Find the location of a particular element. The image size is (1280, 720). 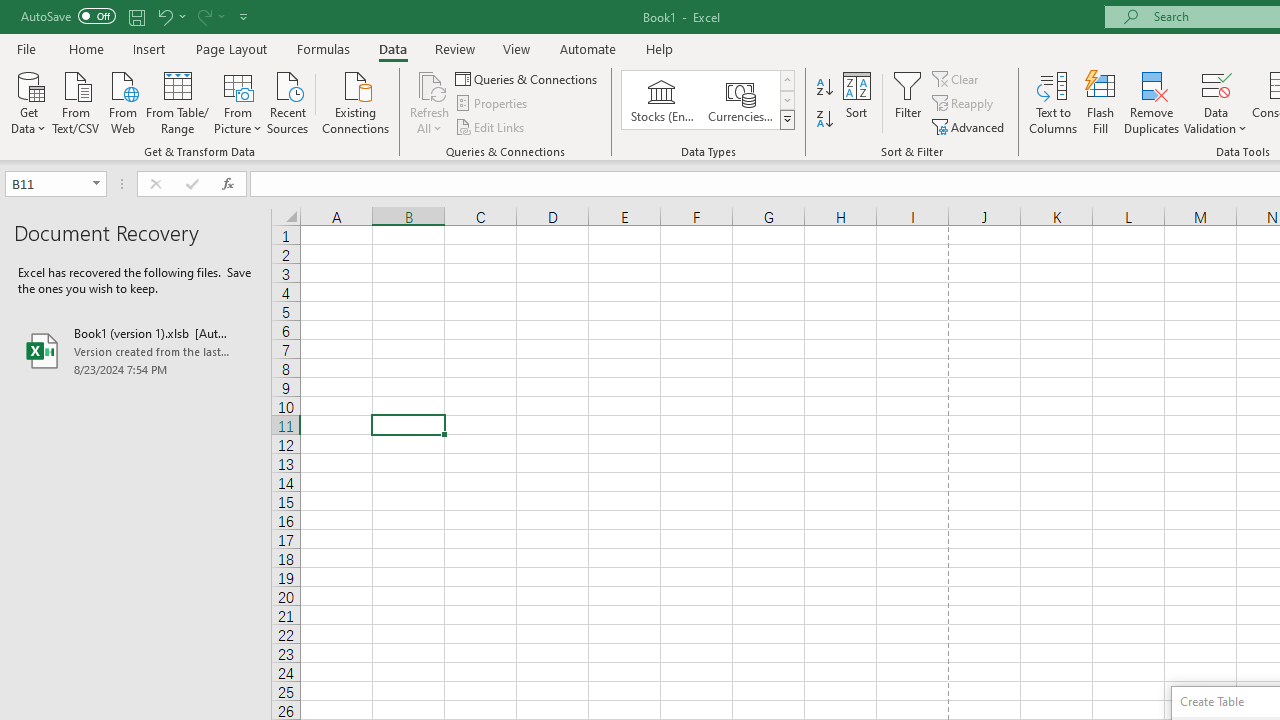

'Clear' is located at coordinates (956, 78).